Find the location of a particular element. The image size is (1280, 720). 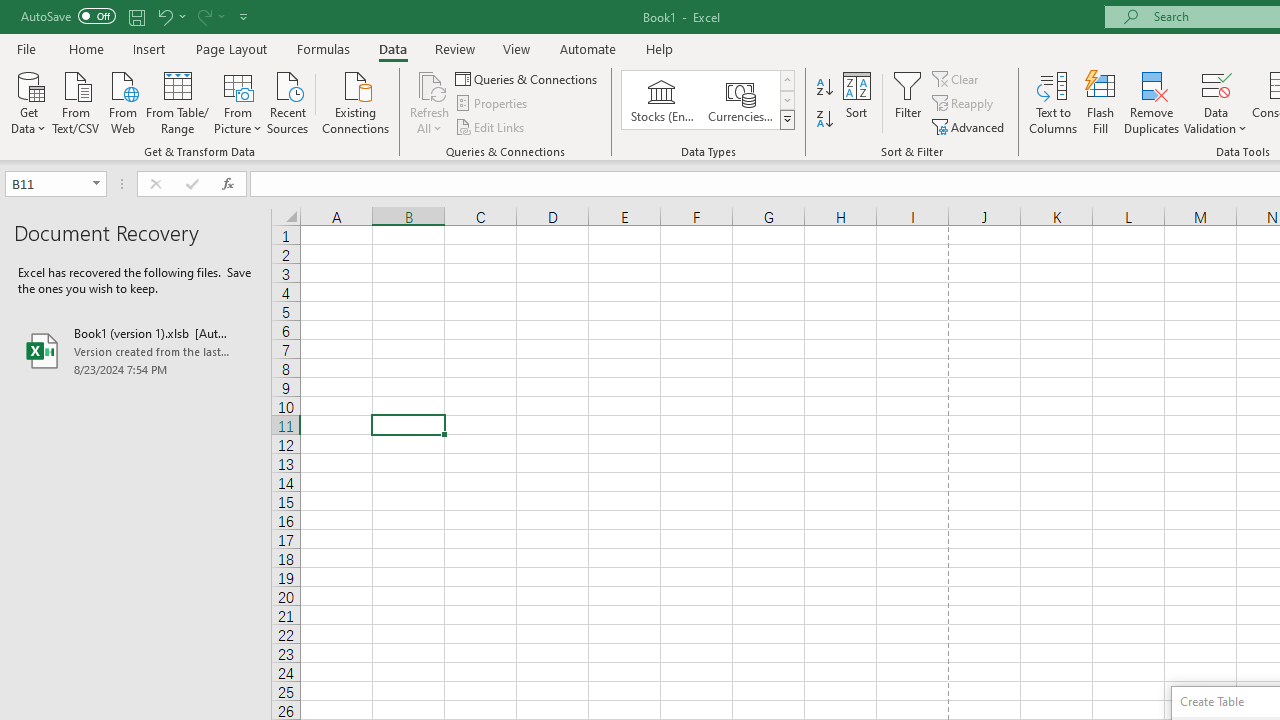

'Clear' is located at coordinates (956, 78).